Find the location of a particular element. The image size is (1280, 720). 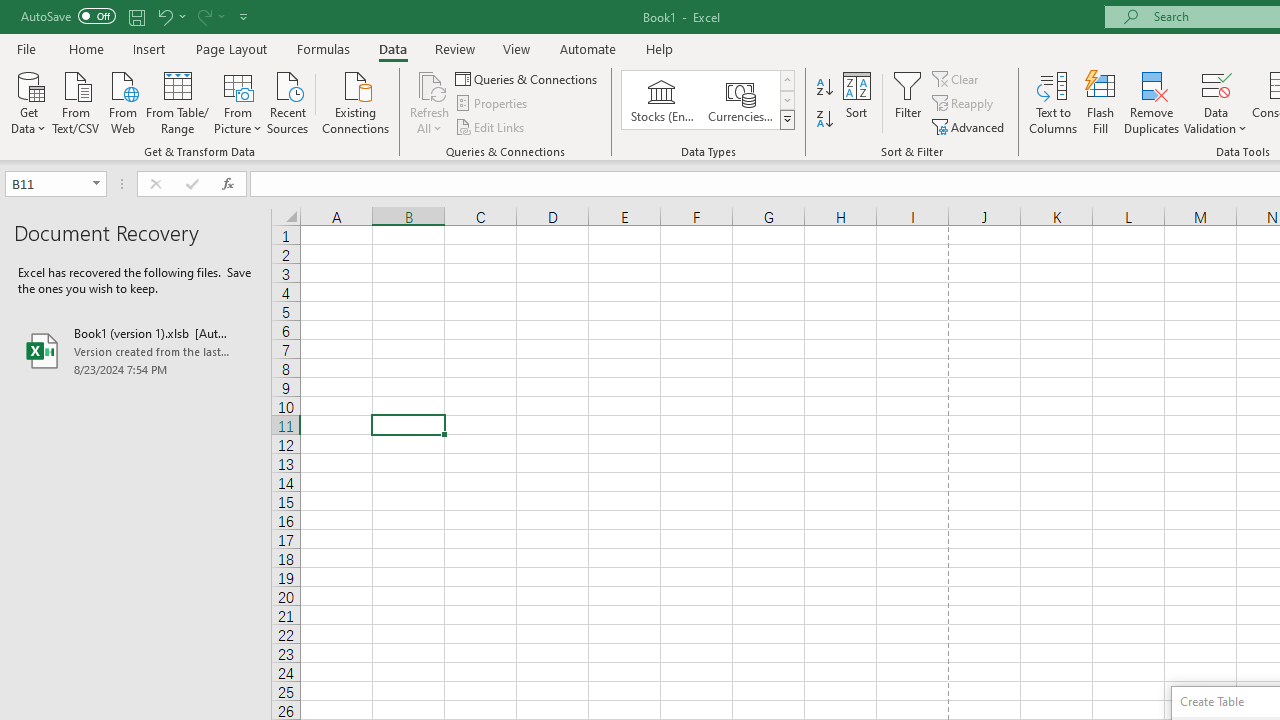

'Clear' is located at coordinates (956, 78).